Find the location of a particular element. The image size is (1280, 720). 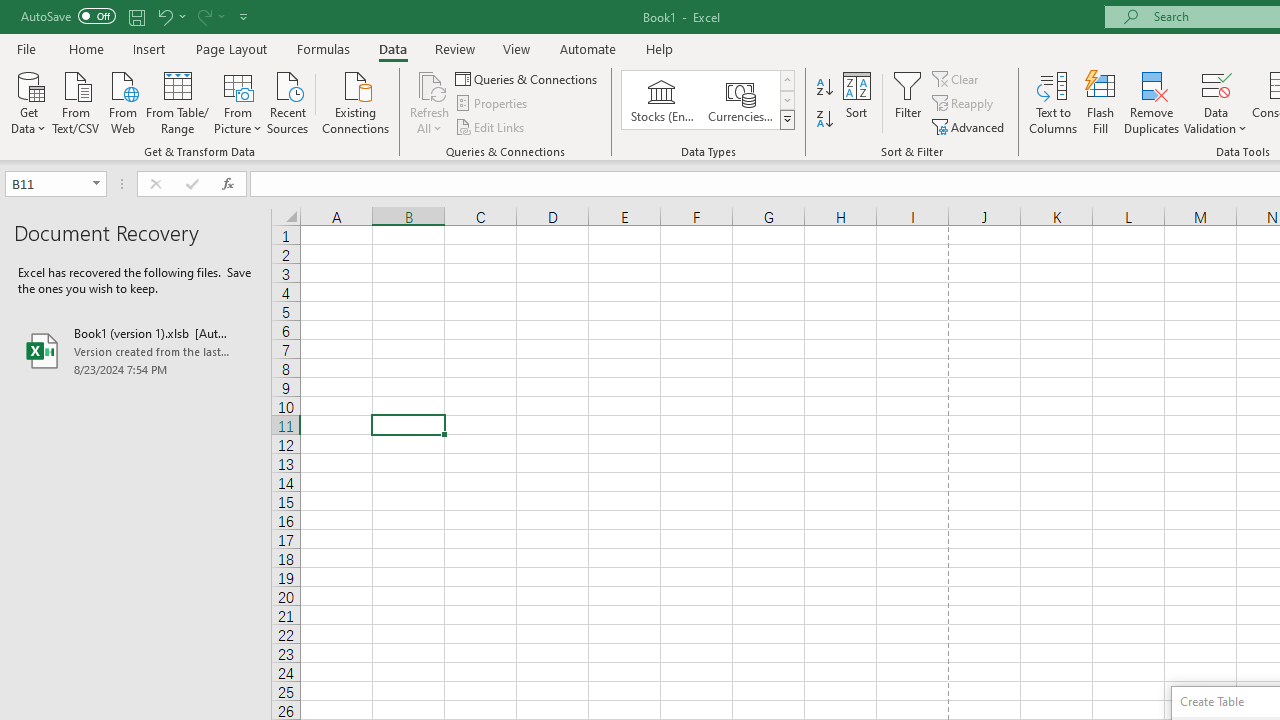

'Clear' is located at coordinates (956, 78).